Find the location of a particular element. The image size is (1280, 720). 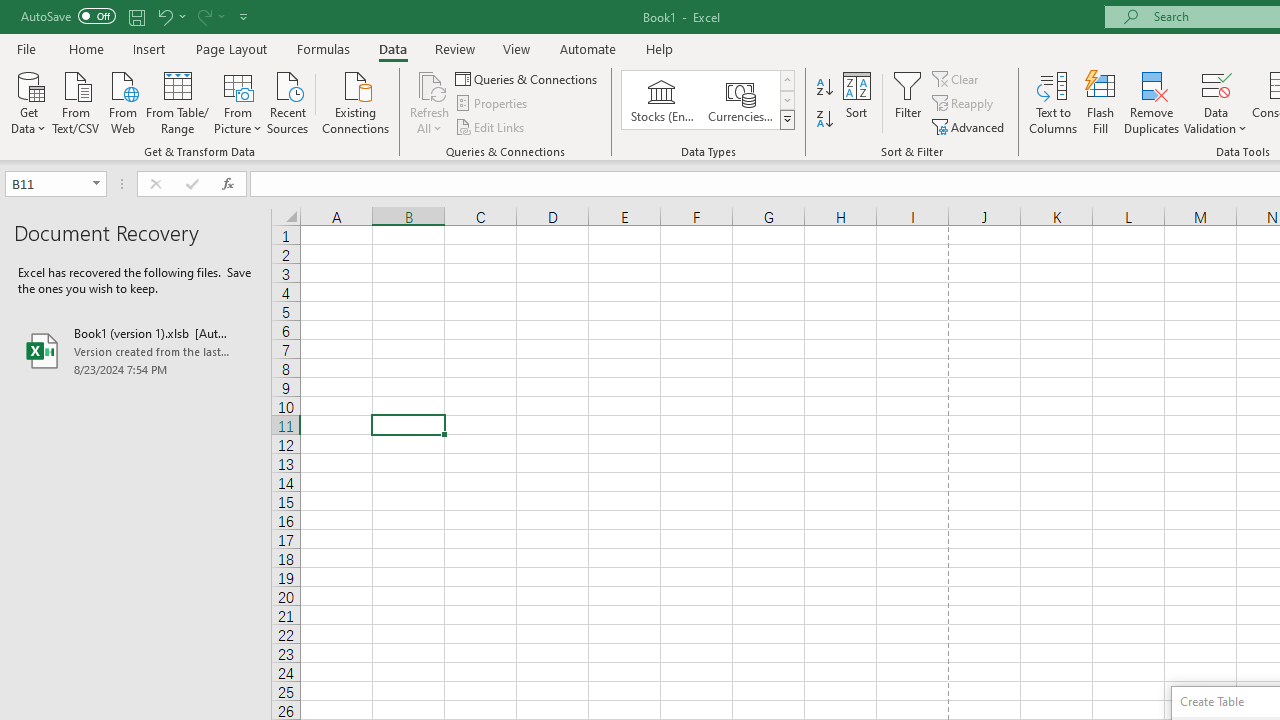

'Clear' is located at coordinates (956, 78).